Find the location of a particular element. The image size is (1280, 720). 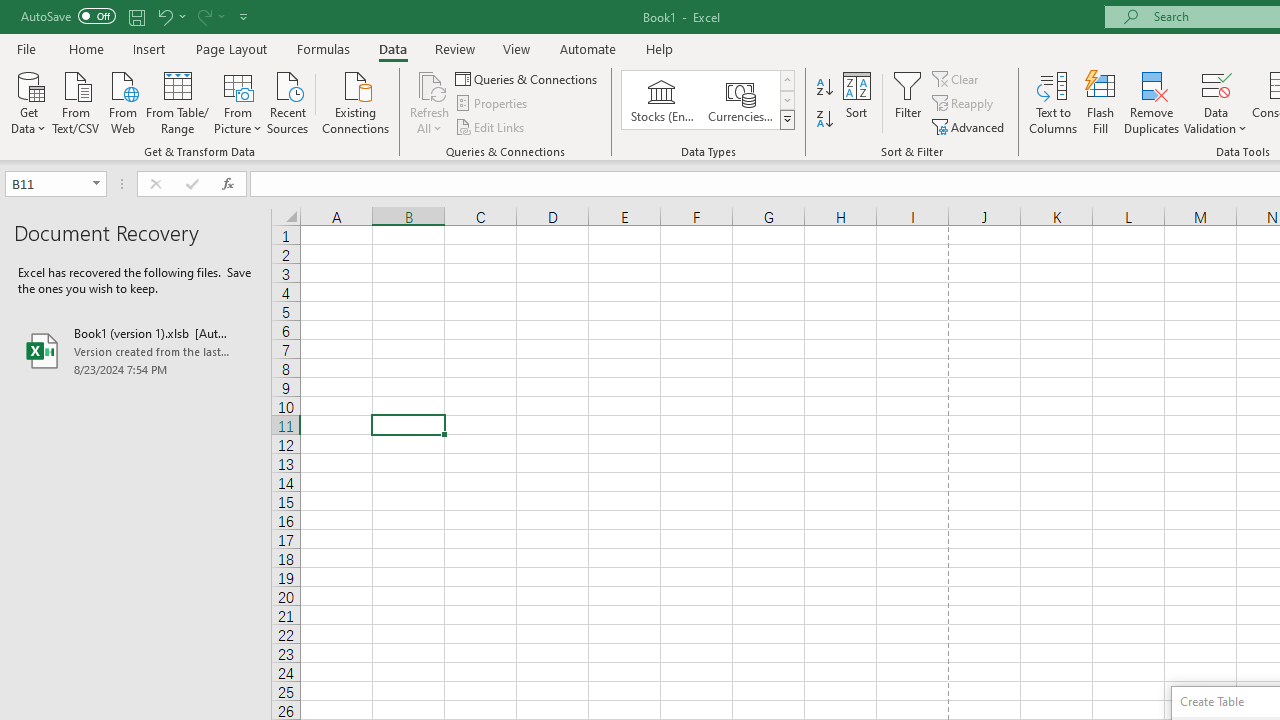

'Clear' is located at coordinates (956, 78).